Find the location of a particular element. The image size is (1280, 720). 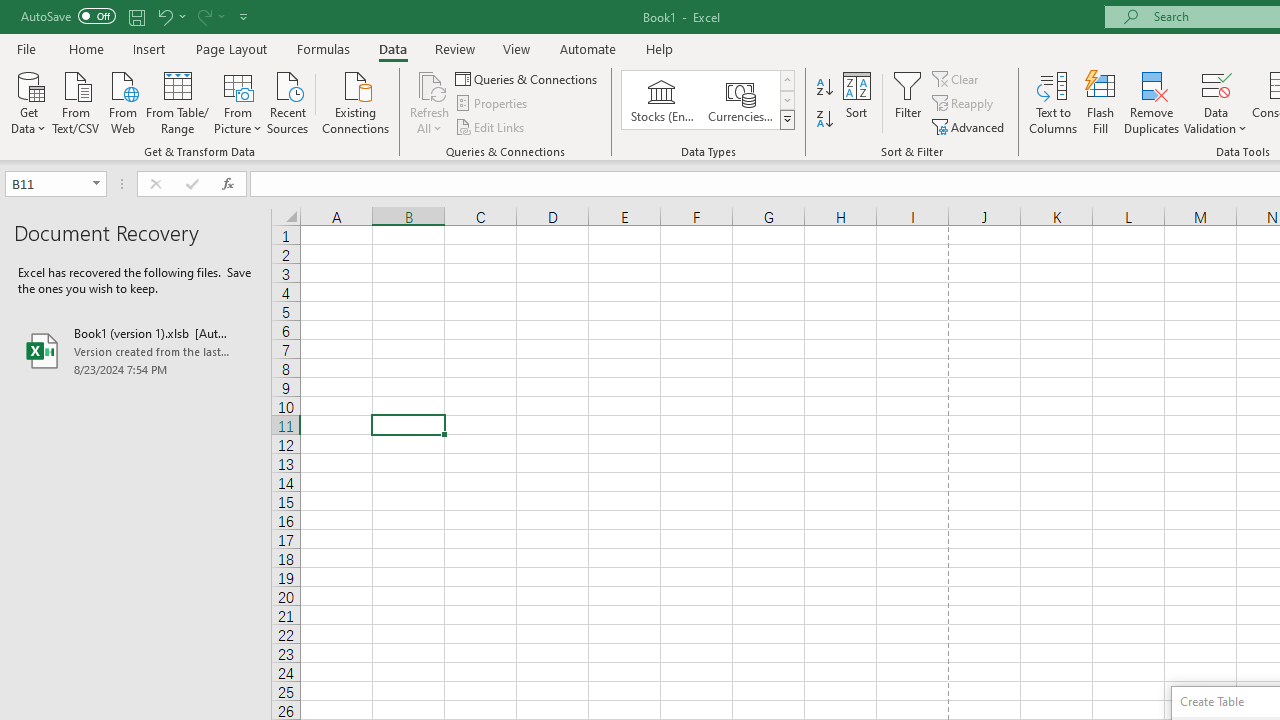

'Clear' is located at coordinates (956, 78).